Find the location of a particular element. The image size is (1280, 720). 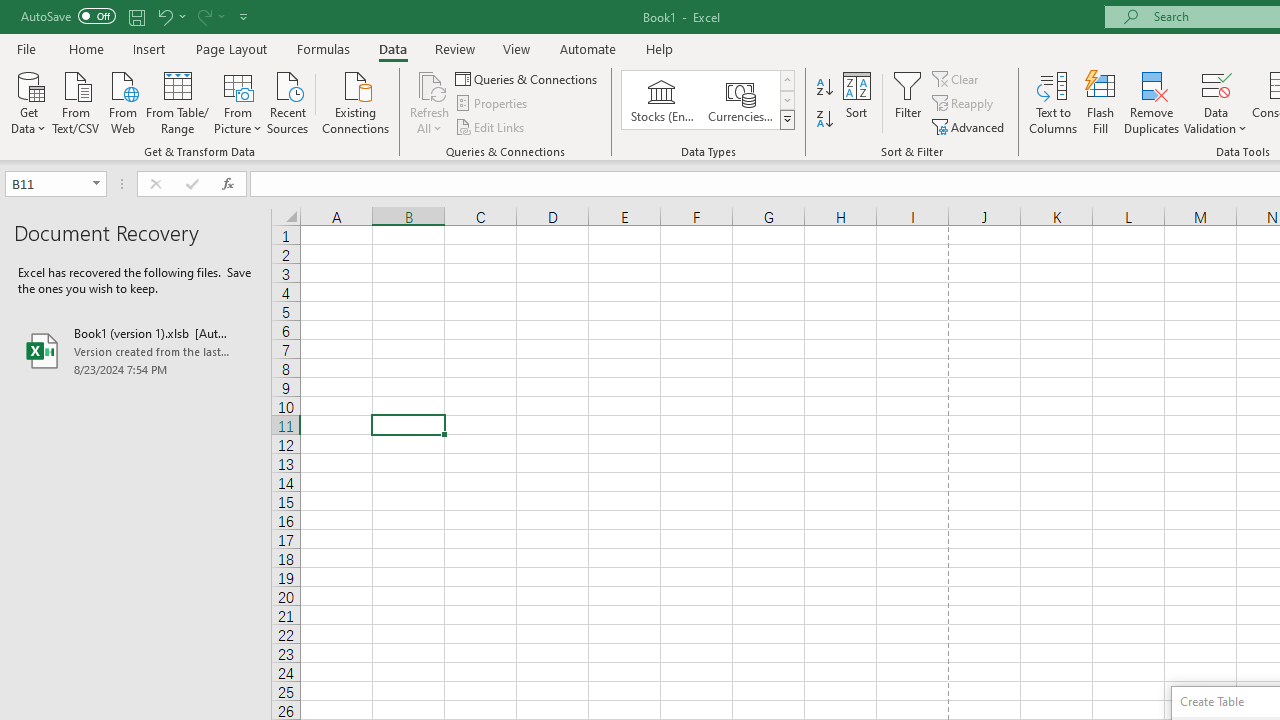

'Clear' is located at coordinates (956, 78).